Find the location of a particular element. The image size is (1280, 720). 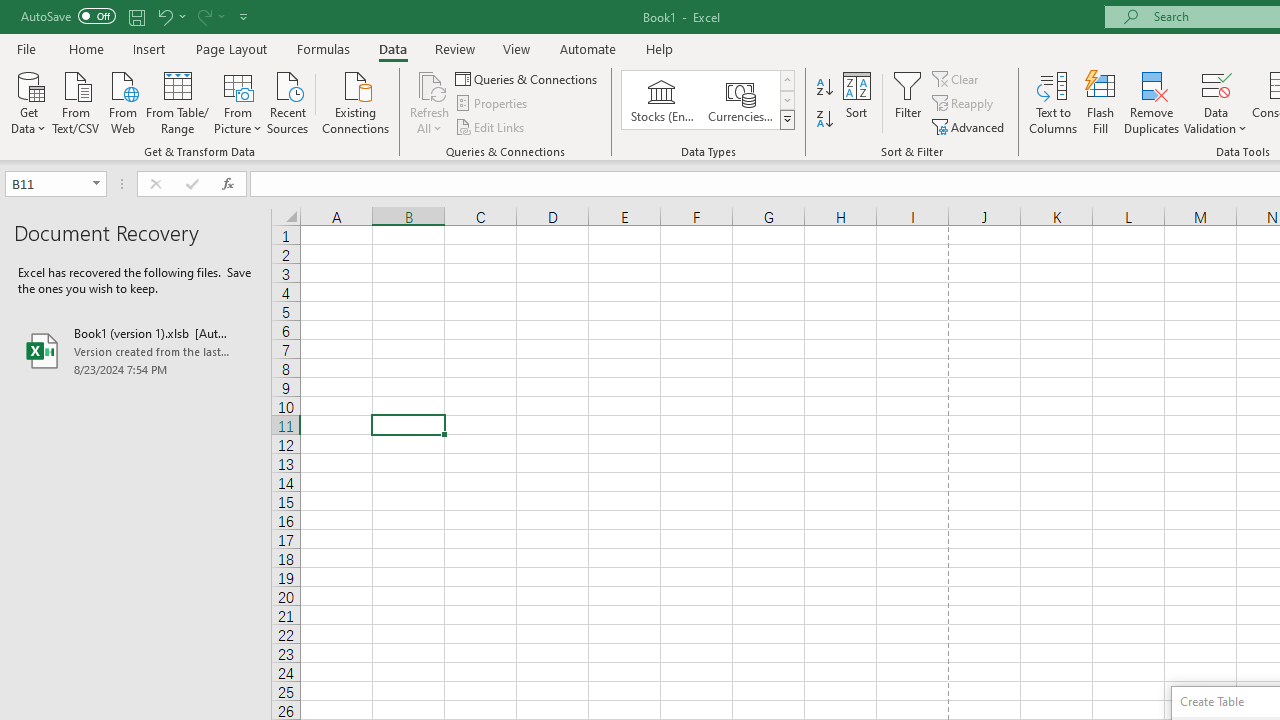

'Clear' is located at coordinates (956, 78).